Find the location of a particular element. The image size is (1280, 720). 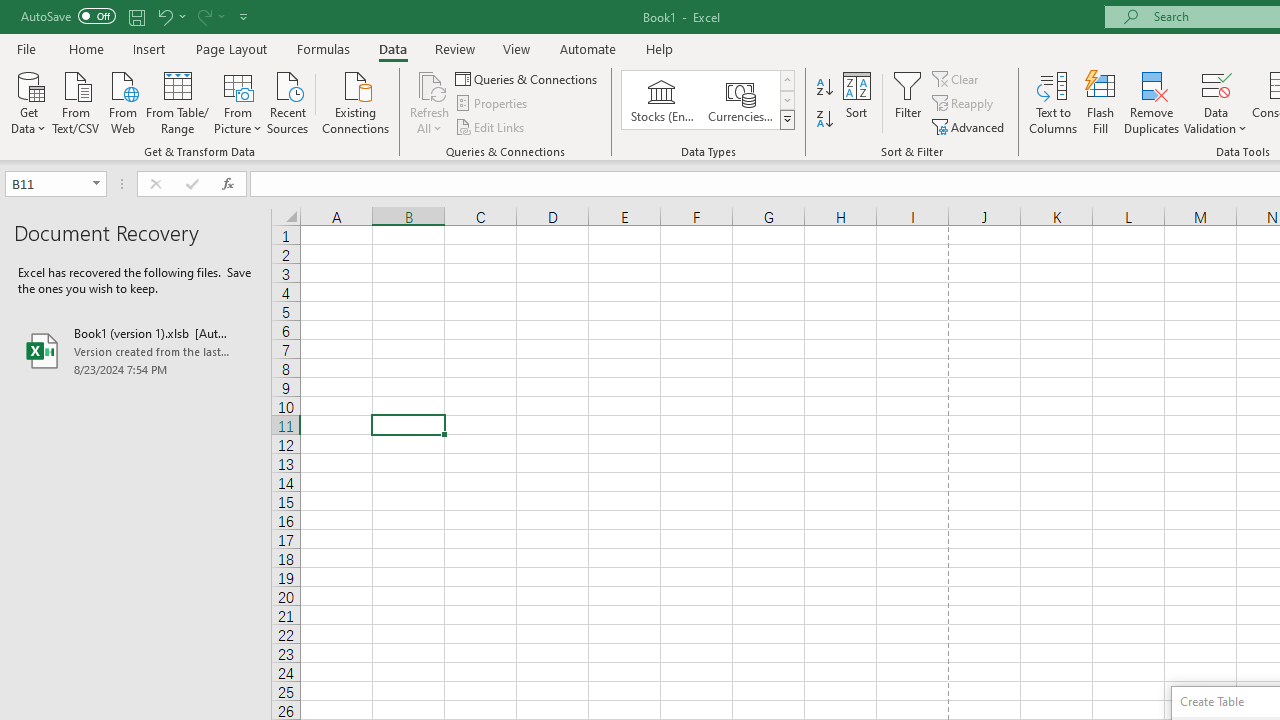

'Clear' is located at coordinates (956, 78).